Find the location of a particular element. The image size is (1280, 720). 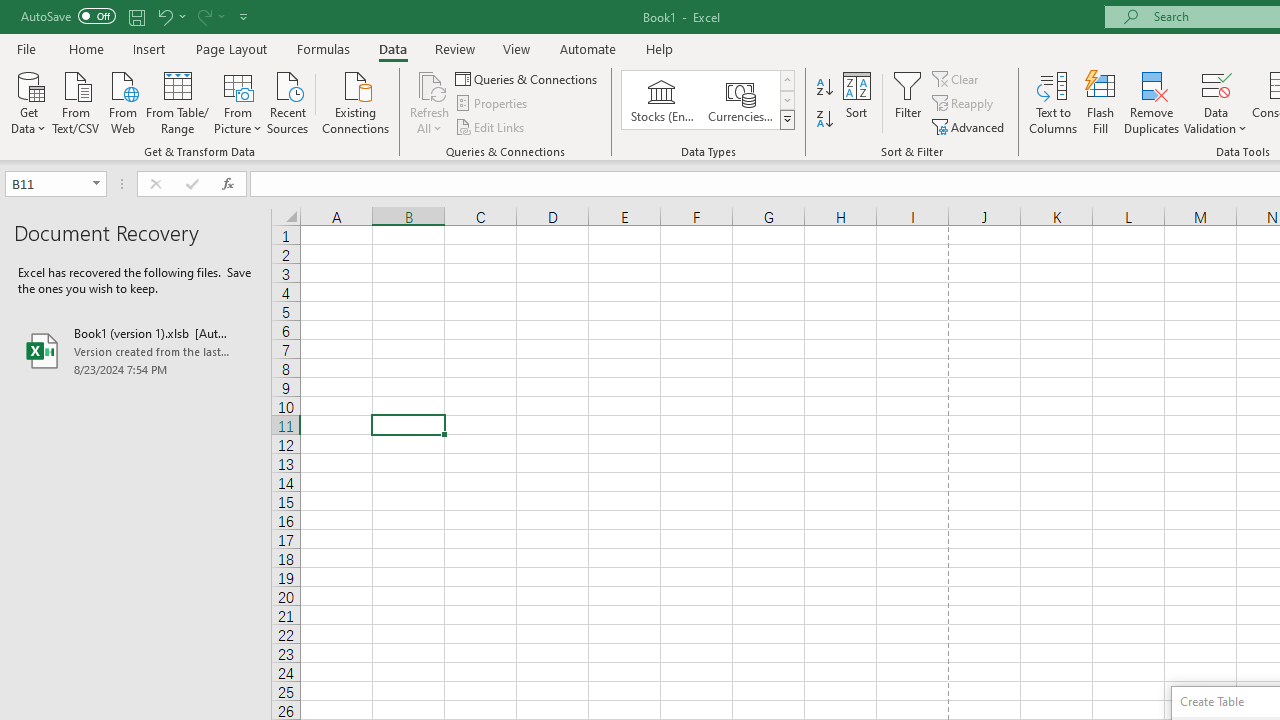

'Clear' is located at coordinates (956, 78).